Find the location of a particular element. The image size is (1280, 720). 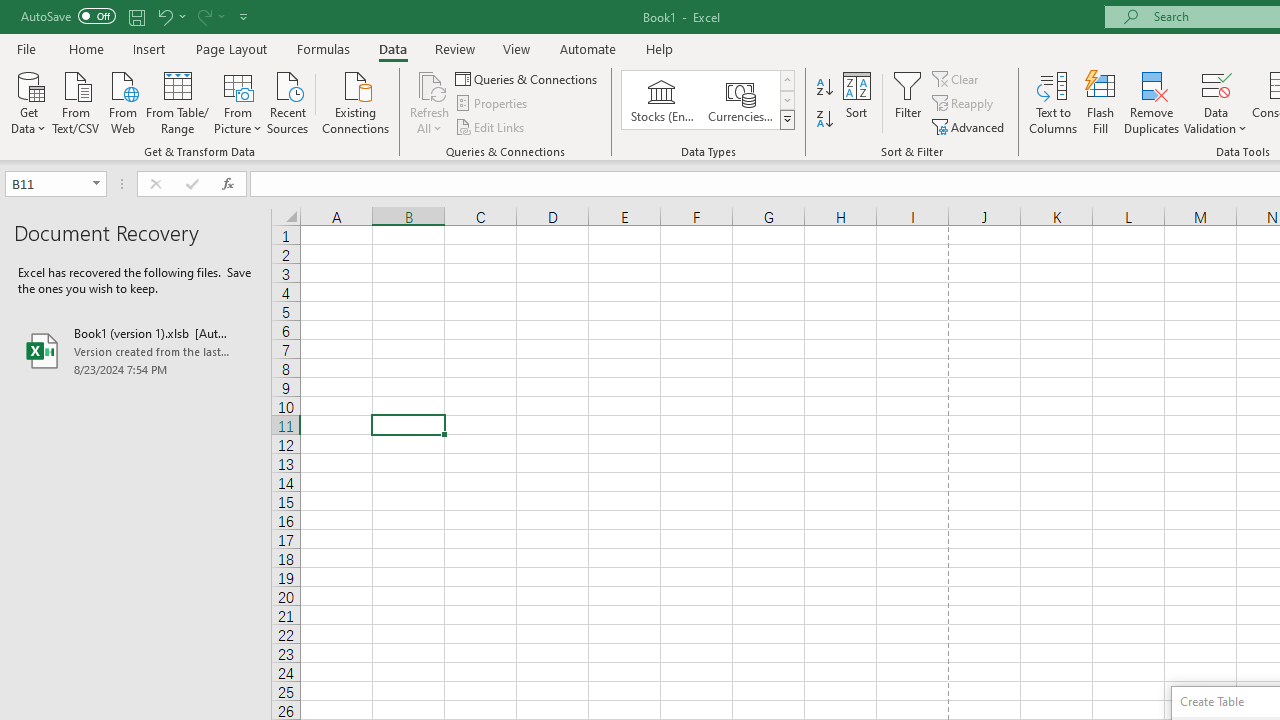

'Clear' is located at coordinates (956, 78).